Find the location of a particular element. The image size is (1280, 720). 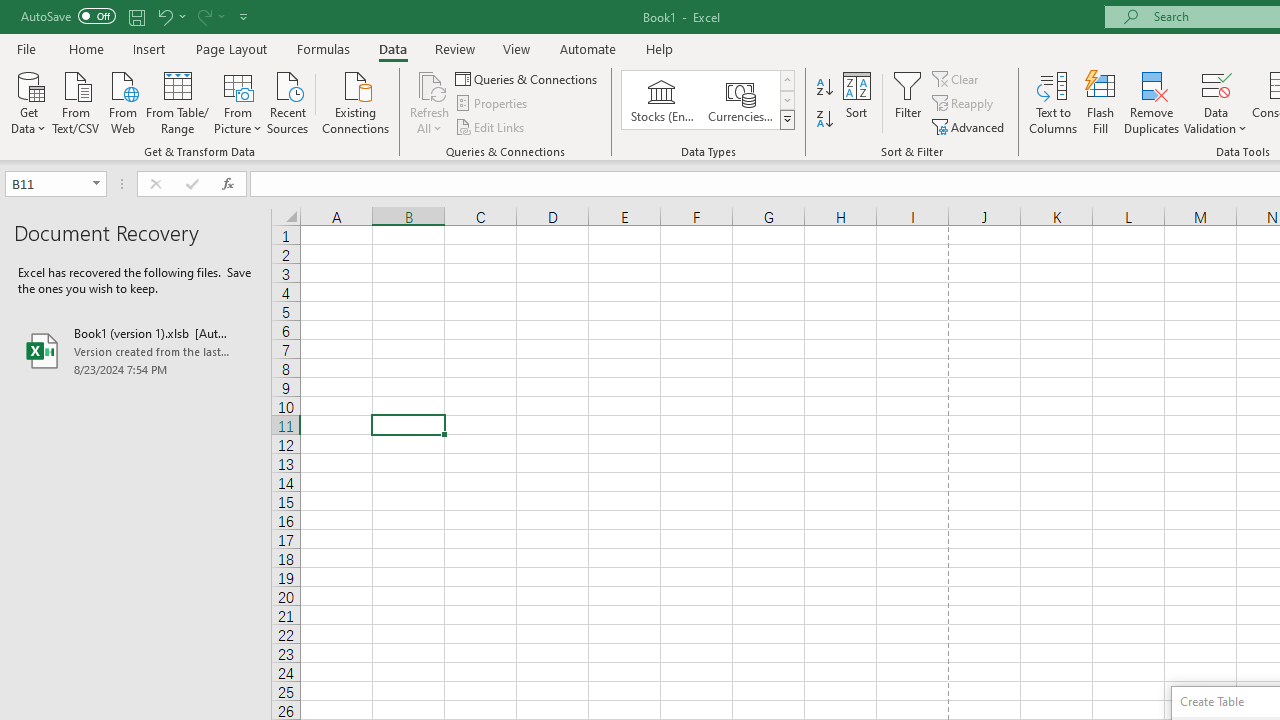

'Clear' is located at coordinates (956, 78).